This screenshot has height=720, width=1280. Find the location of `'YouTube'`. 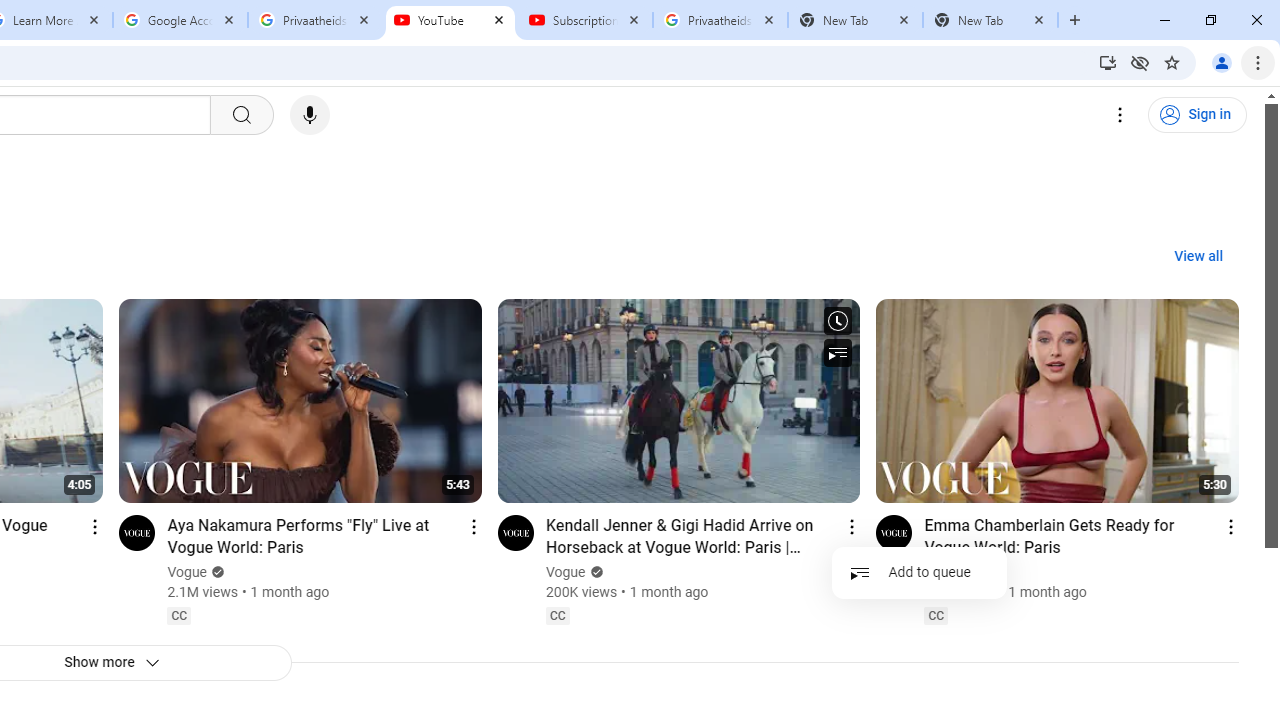

'YouTube' is located at coordinates (449, 20).